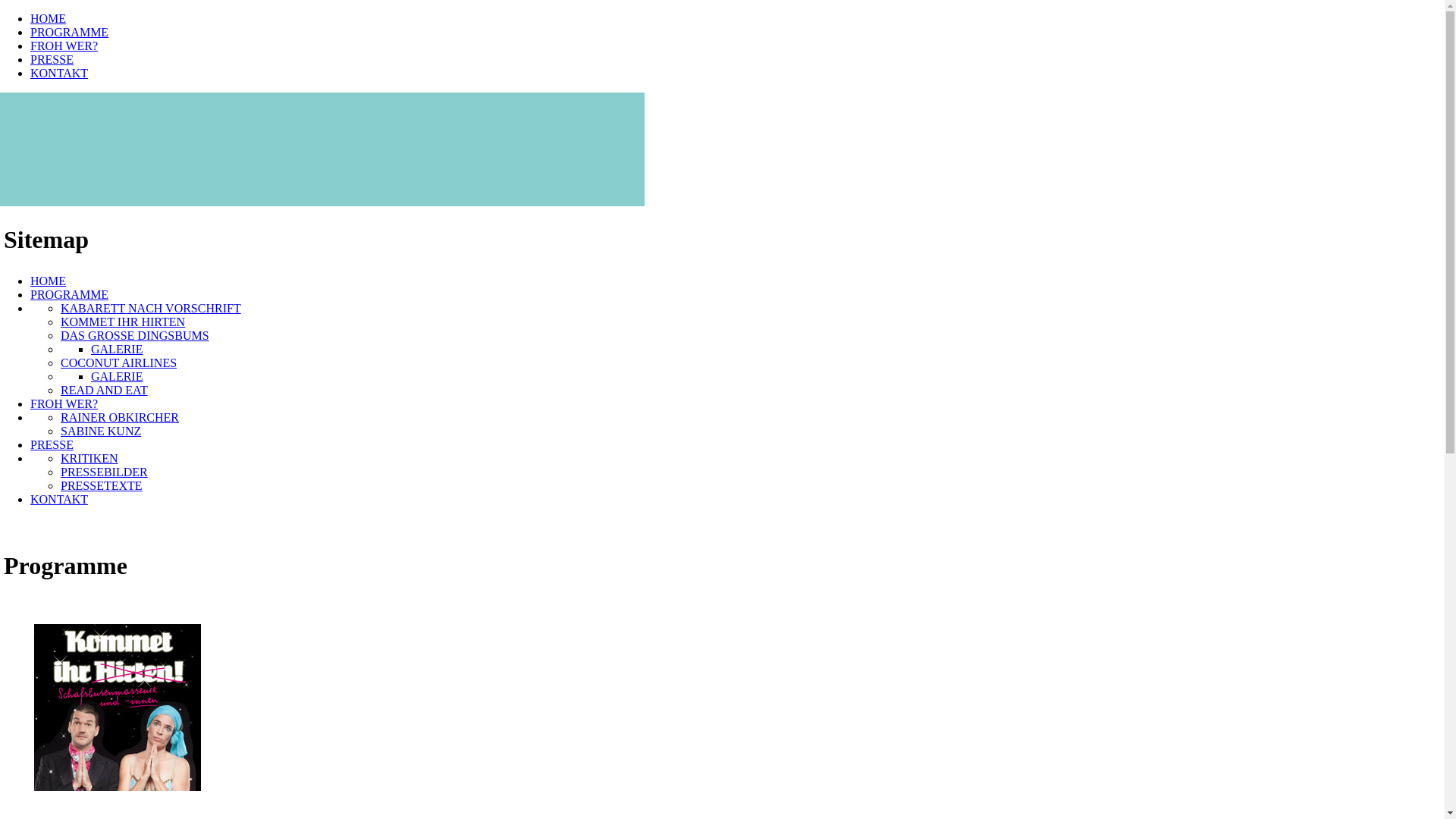  Describe the element at coordinates (134, 334) in the screenshot. I see `'DAS GROSSE DINGSBUMS'` at that location.